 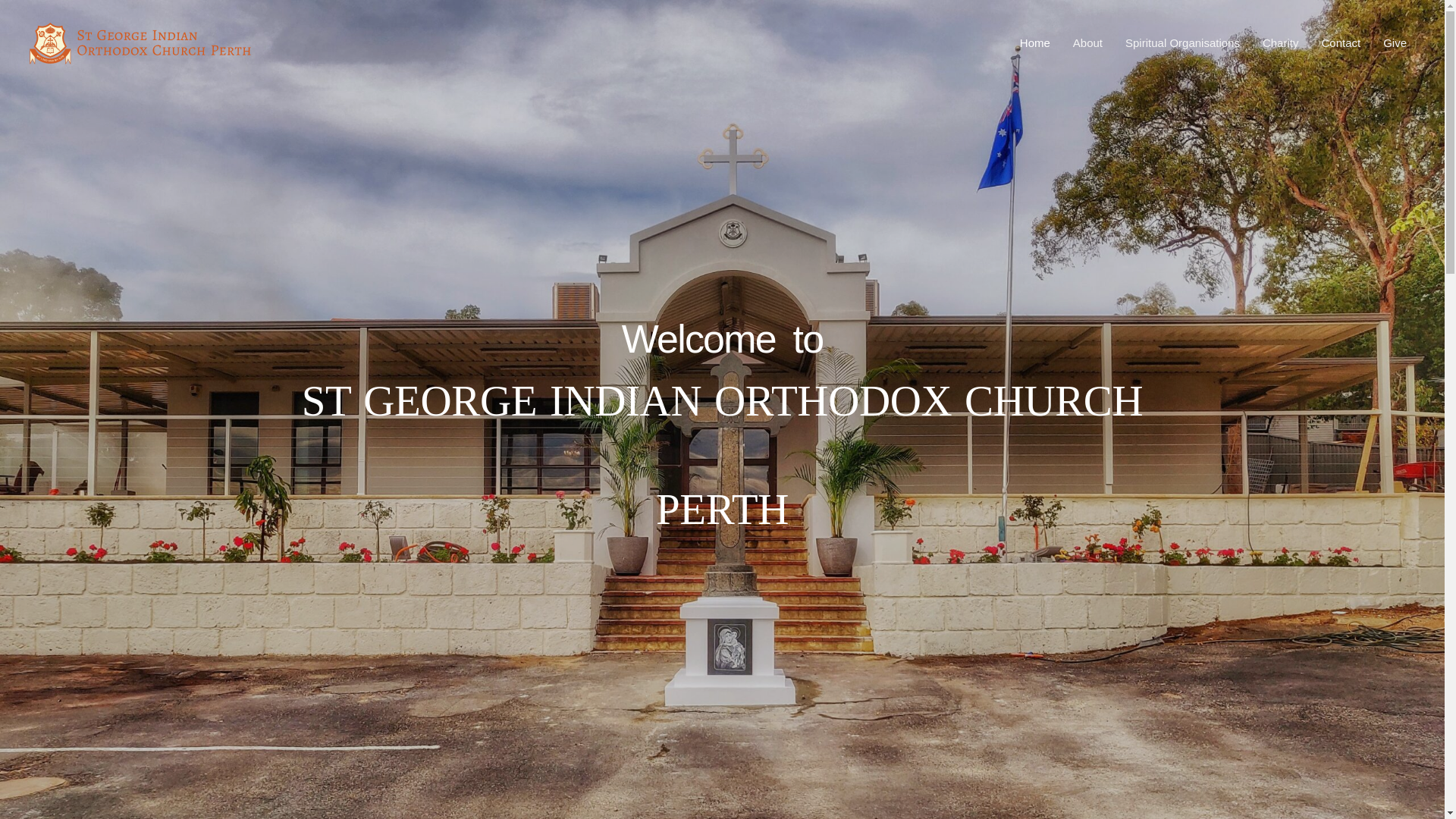 What do you see at coordinates (1395, 42) in the screenshot?
I see `'Give'` at bounding box center [1395, 42].